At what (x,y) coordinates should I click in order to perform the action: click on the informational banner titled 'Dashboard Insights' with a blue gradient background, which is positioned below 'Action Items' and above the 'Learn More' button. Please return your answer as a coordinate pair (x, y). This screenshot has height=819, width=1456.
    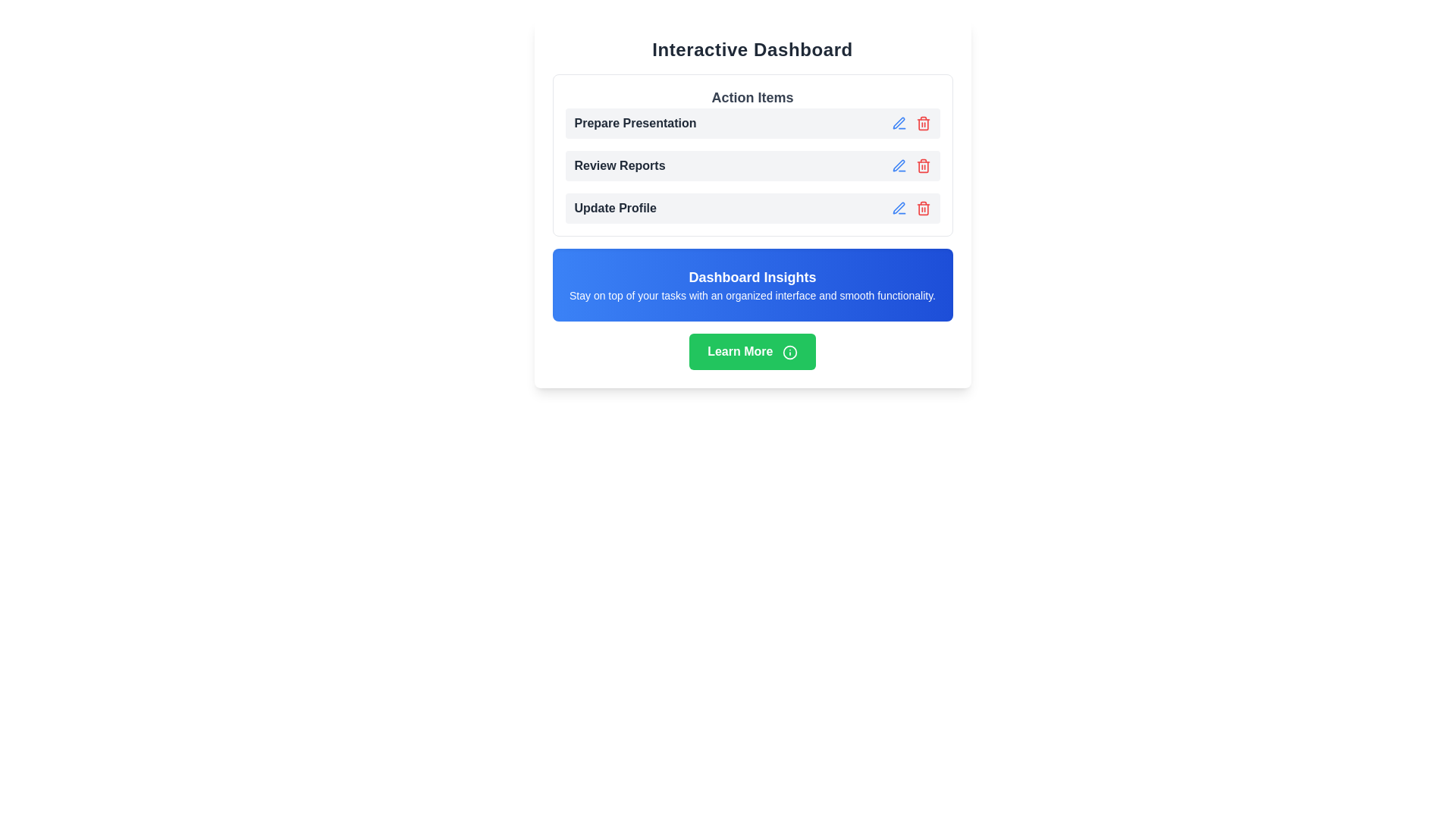
    Looking at the image, I should click on (752, 284).